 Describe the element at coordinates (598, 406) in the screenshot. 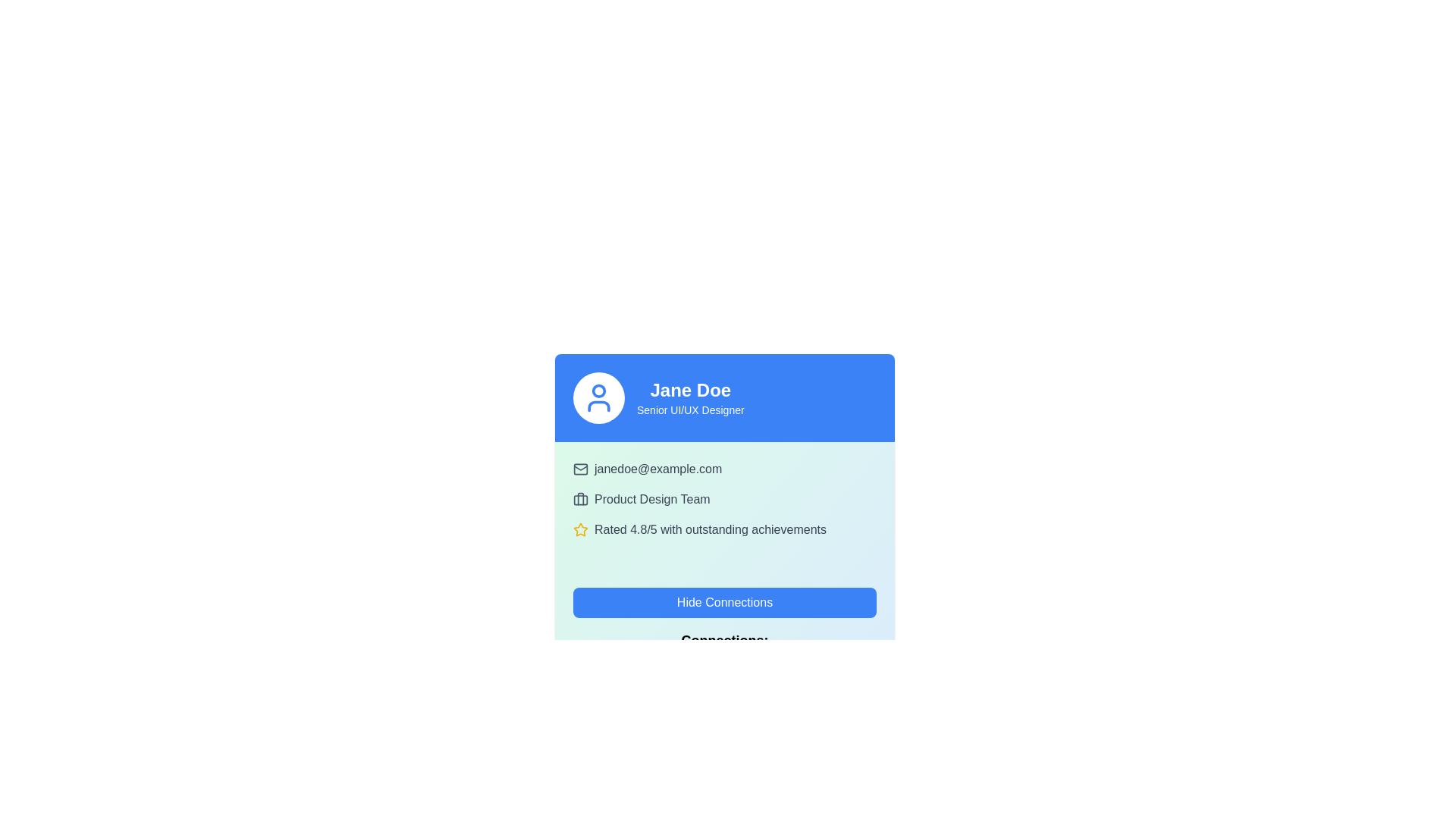

I see `the lower component of the user icon, which visually represents the body and is located directly below the circular head in the user profile section` at that location.